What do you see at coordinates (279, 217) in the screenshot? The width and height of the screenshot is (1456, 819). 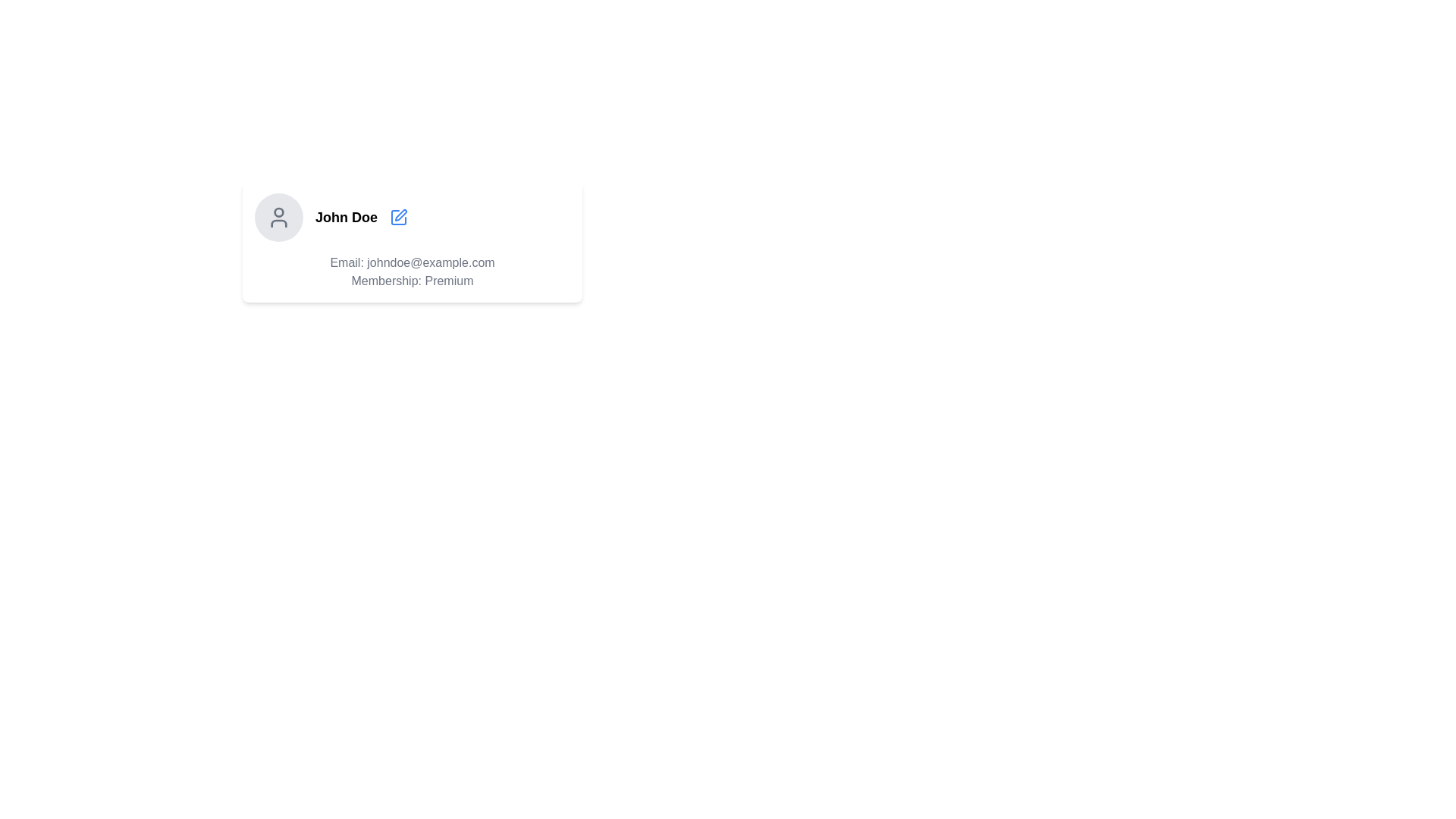 I see `the Profile Avatar Component, which is a circular UI element with a light gray background and a user icon, located to the left of the text 'John Doe'` at bounding box center [279, 217].